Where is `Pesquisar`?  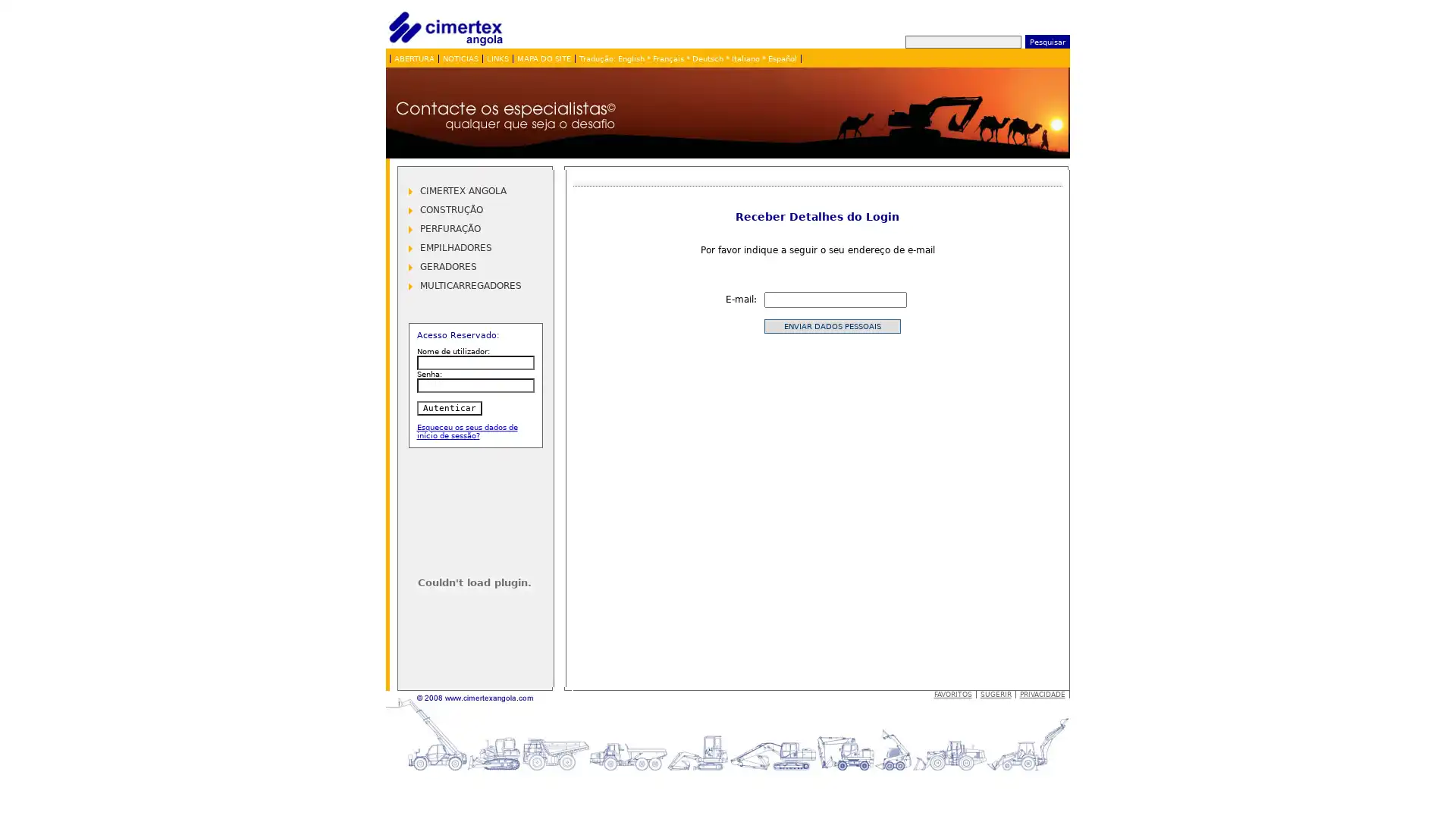
Pesquisar is located at coordinates (1046, 40).